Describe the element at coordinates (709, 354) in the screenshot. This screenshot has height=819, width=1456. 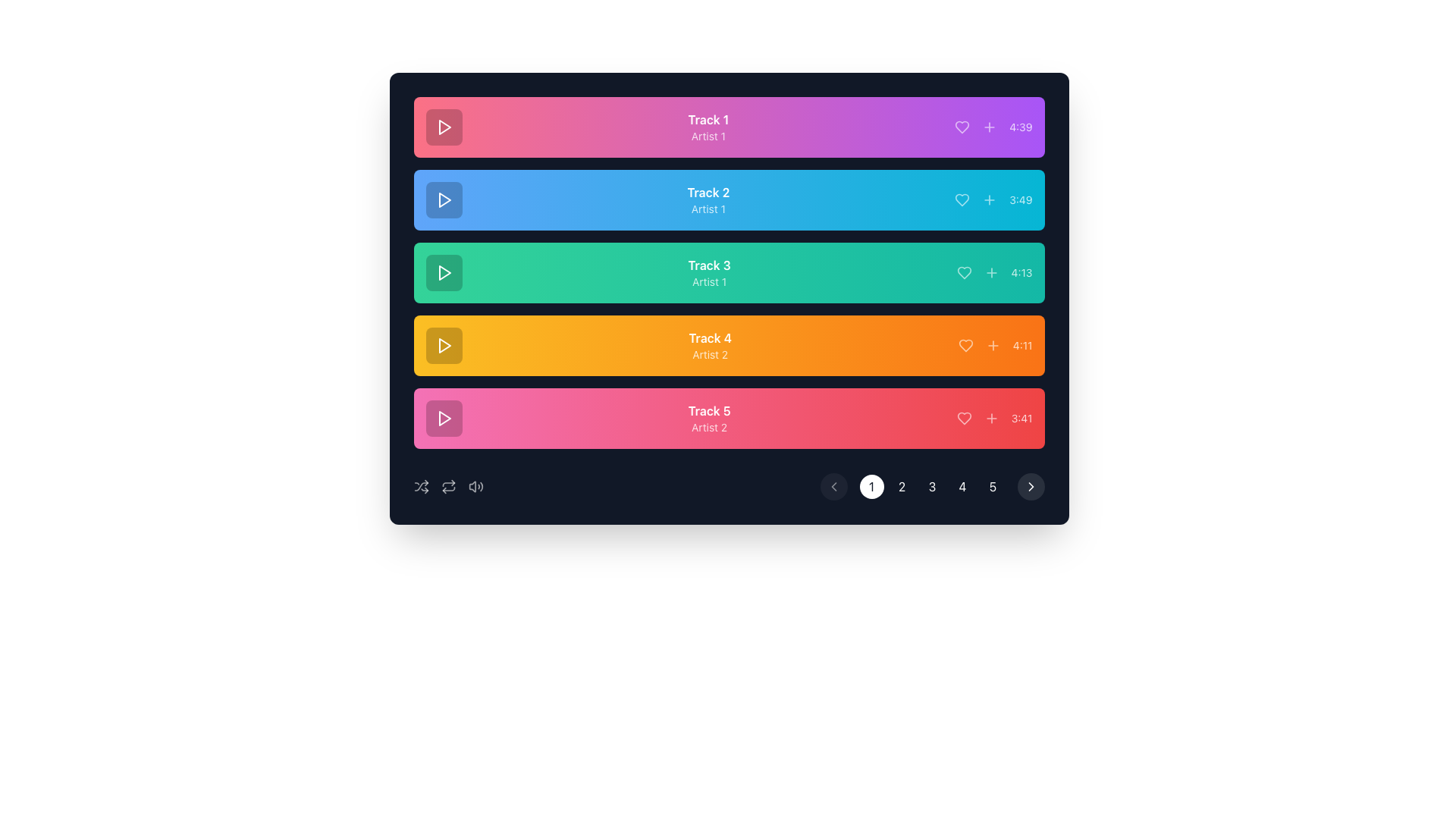
I see `the static text label that provides the name of the artist associated with 'Track 4', which is located within the fourth list item and centered horizontally within the orange background area` at that location.